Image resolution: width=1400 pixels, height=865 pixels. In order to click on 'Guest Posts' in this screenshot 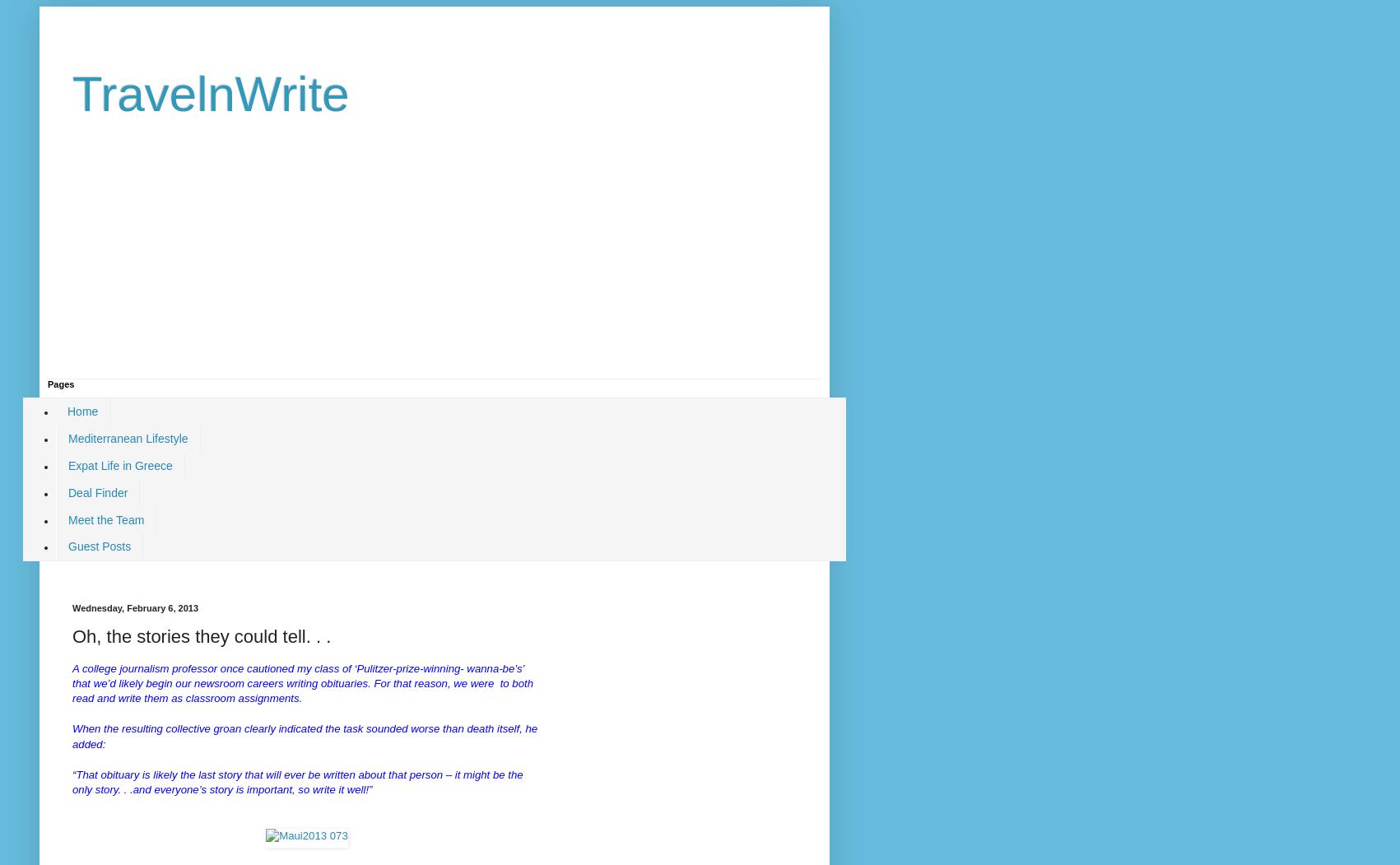, I will do `click(99, 546)`.